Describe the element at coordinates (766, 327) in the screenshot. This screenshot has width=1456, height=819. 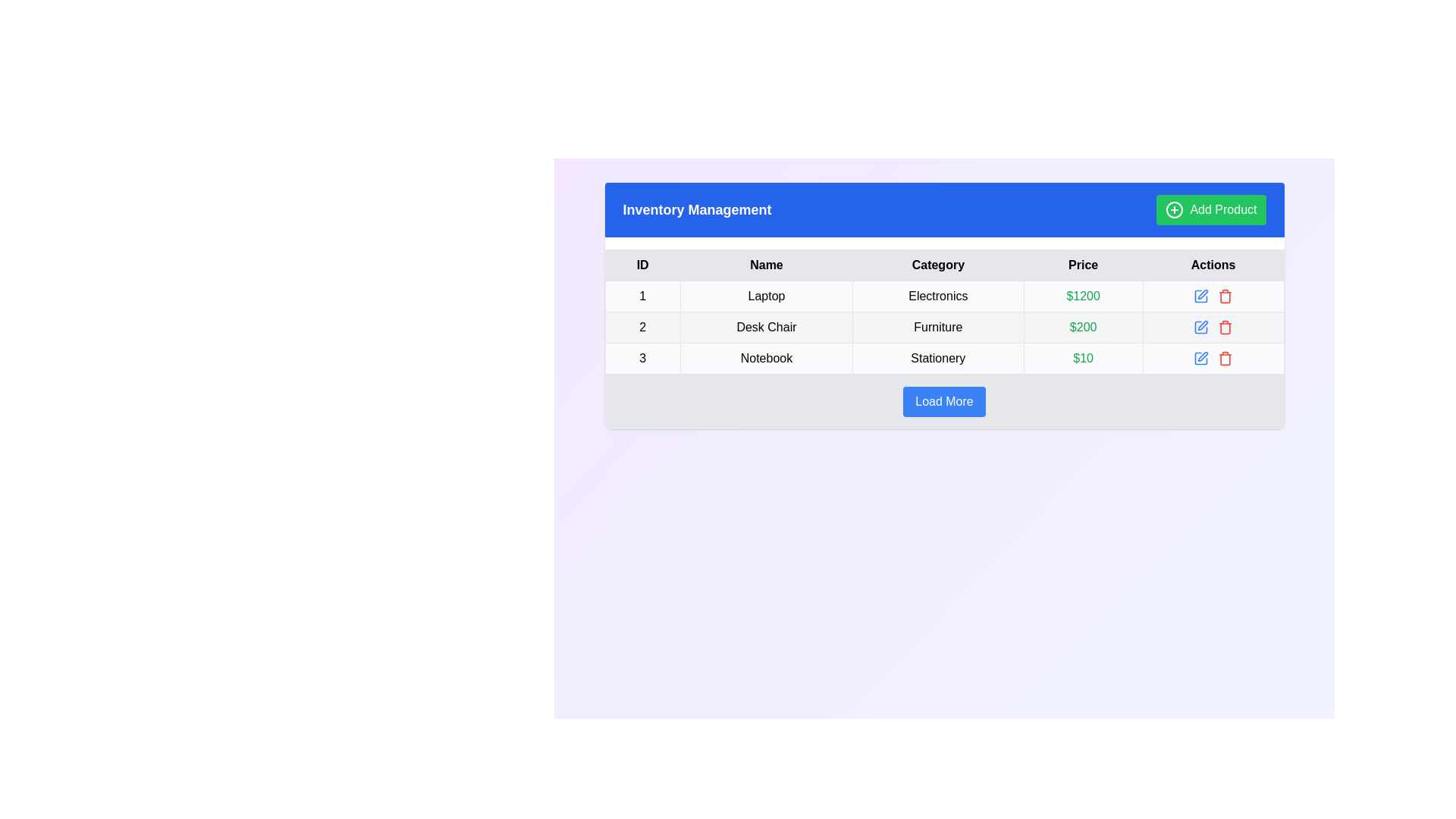
I see `the static text label indicating the name of the item in the inventory list, located in the second row of the table between the 'ID' and 'Category' columns` at that location.